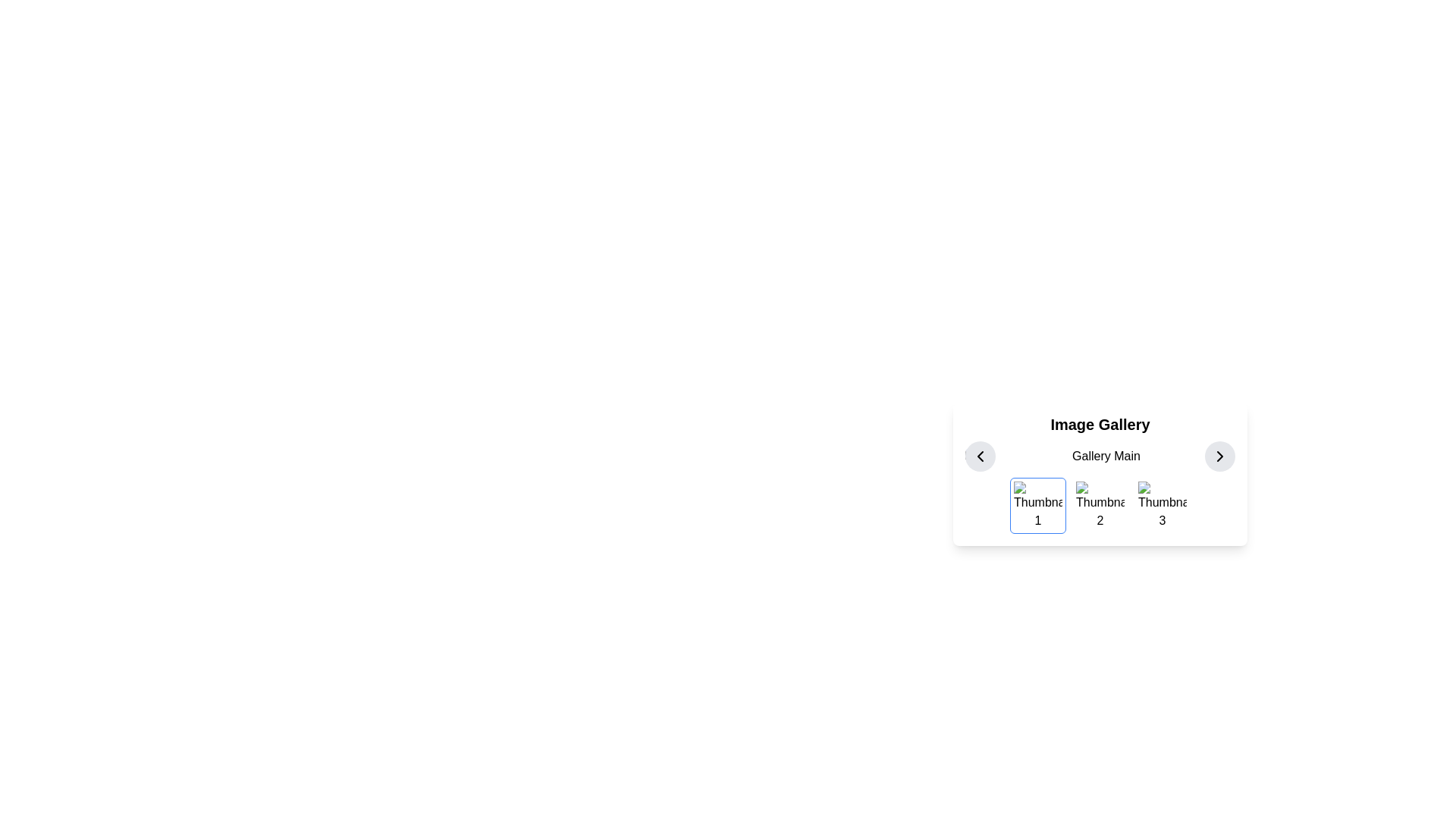 The height and width of the screenshot is (819, 1456). Describe the element at coordinates (1100, 506) in the screenshot. I see `the thumbnail image with alt text 'Thumbnail 2', which is the second thumbnail in a horizontal list within the gallery` at that location.